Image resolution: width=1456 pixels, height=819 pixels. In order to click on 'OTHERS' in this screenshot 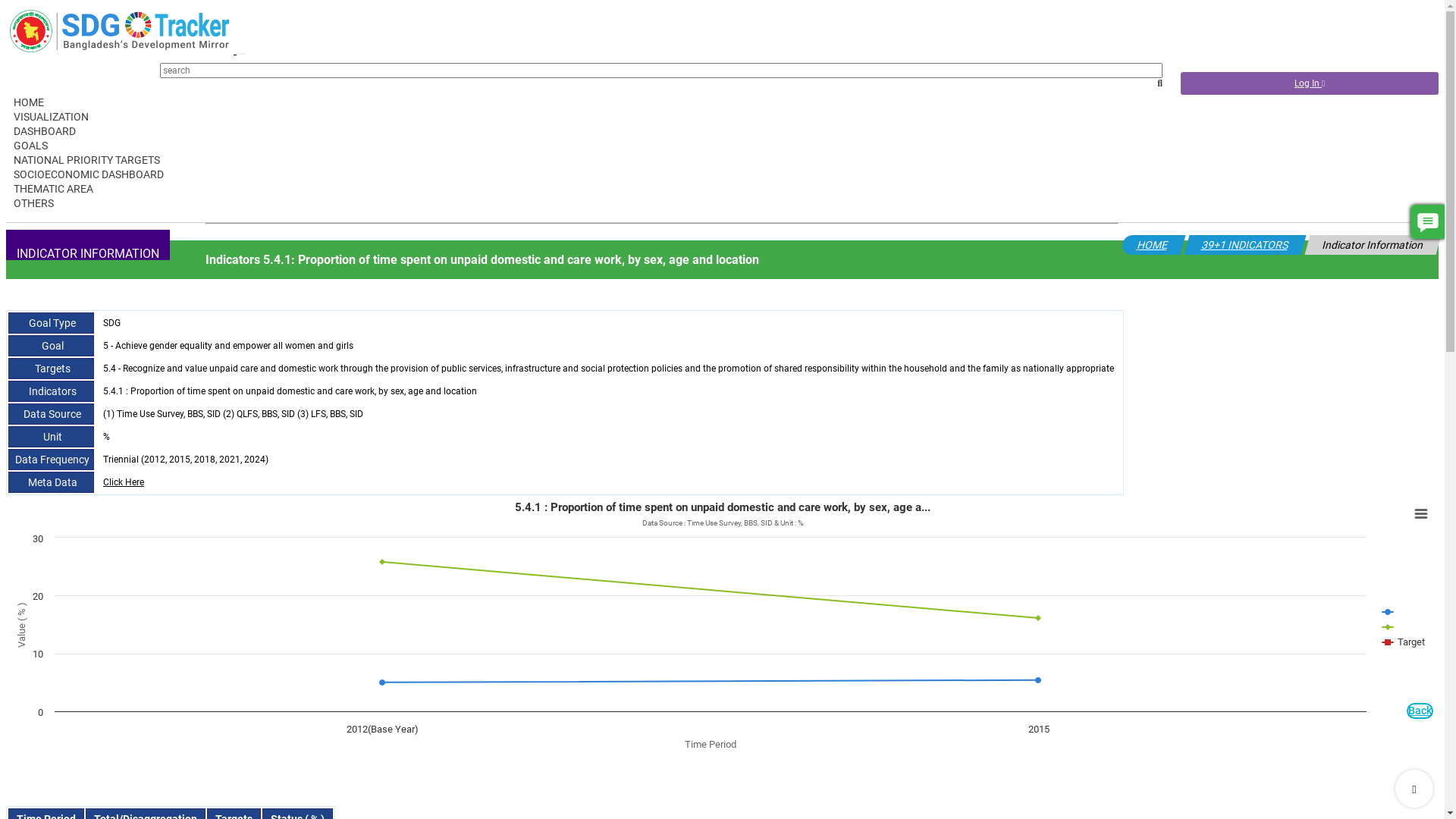, I will do `click(6, 202)`.